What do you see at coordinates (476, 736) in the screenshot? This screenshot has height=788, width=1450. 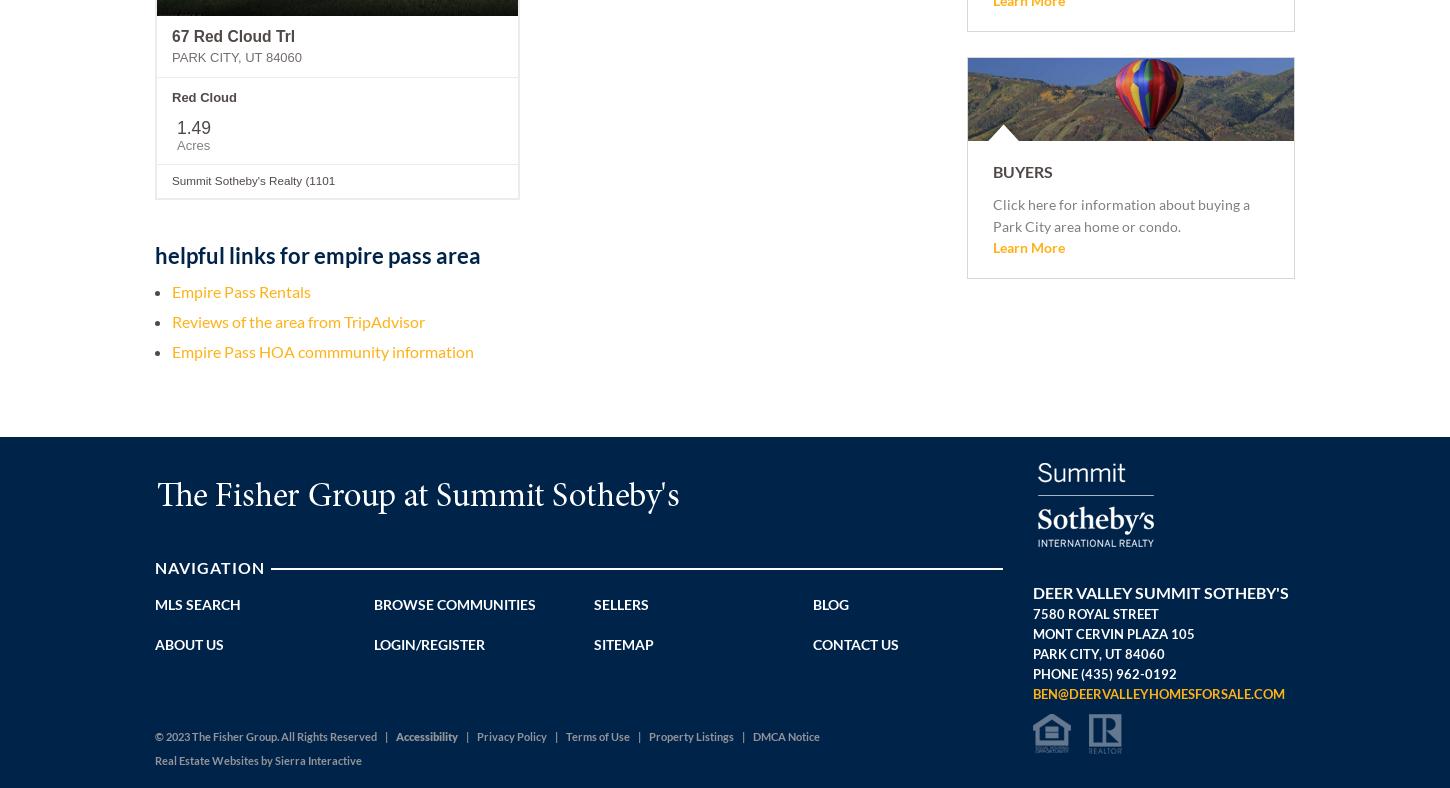 I see `'Privacy Policy'` at bounding box center [476, 736].